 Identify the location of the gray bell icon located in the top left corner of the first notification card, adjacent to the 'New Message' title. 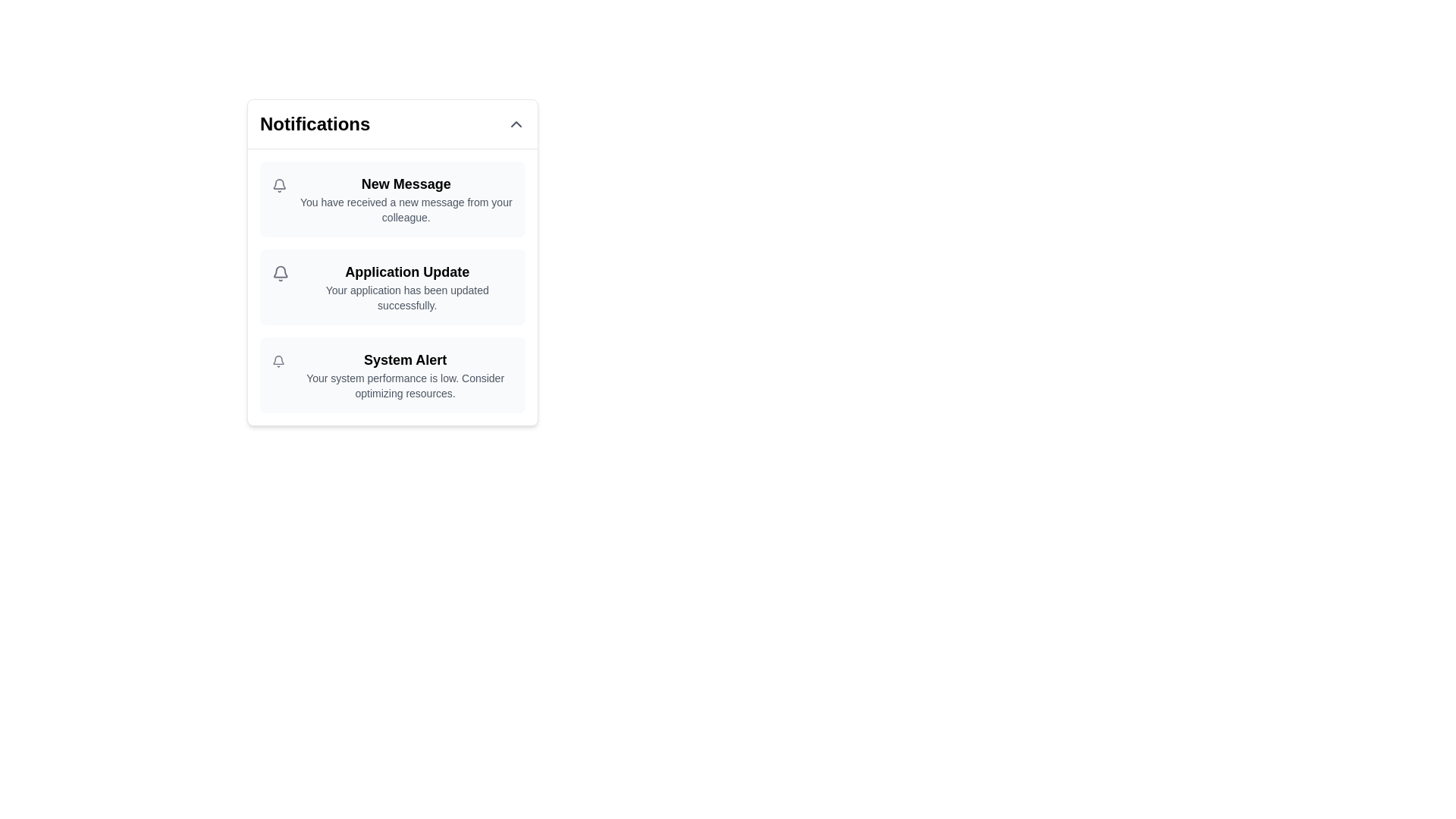
(279, 185).